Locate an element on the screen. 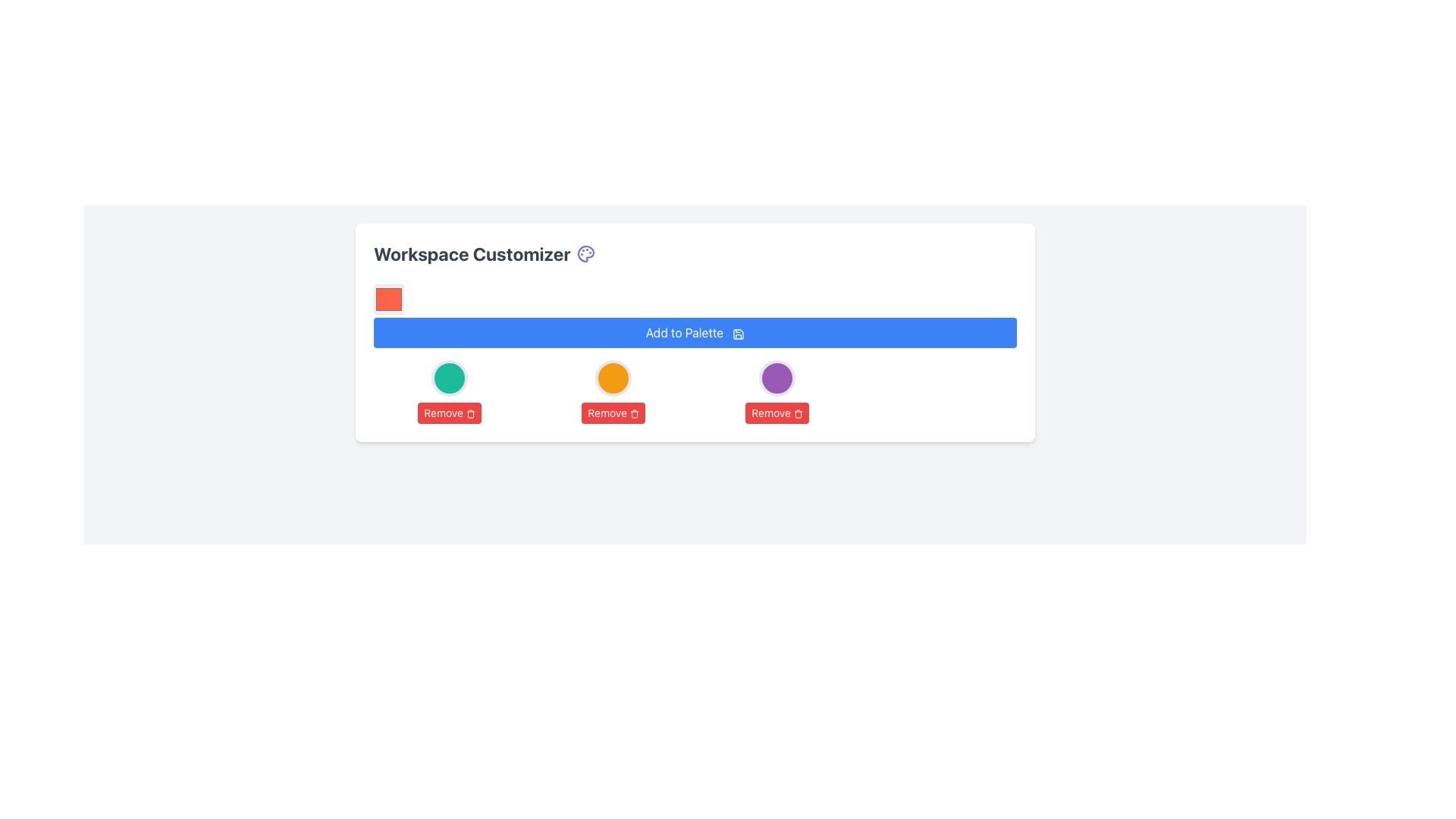 Image resolution: width=1456 pixels, height=819 pixels. the 'Remove' button, which is the second button in a horizontal group of three is located at coordinates (613, 391).